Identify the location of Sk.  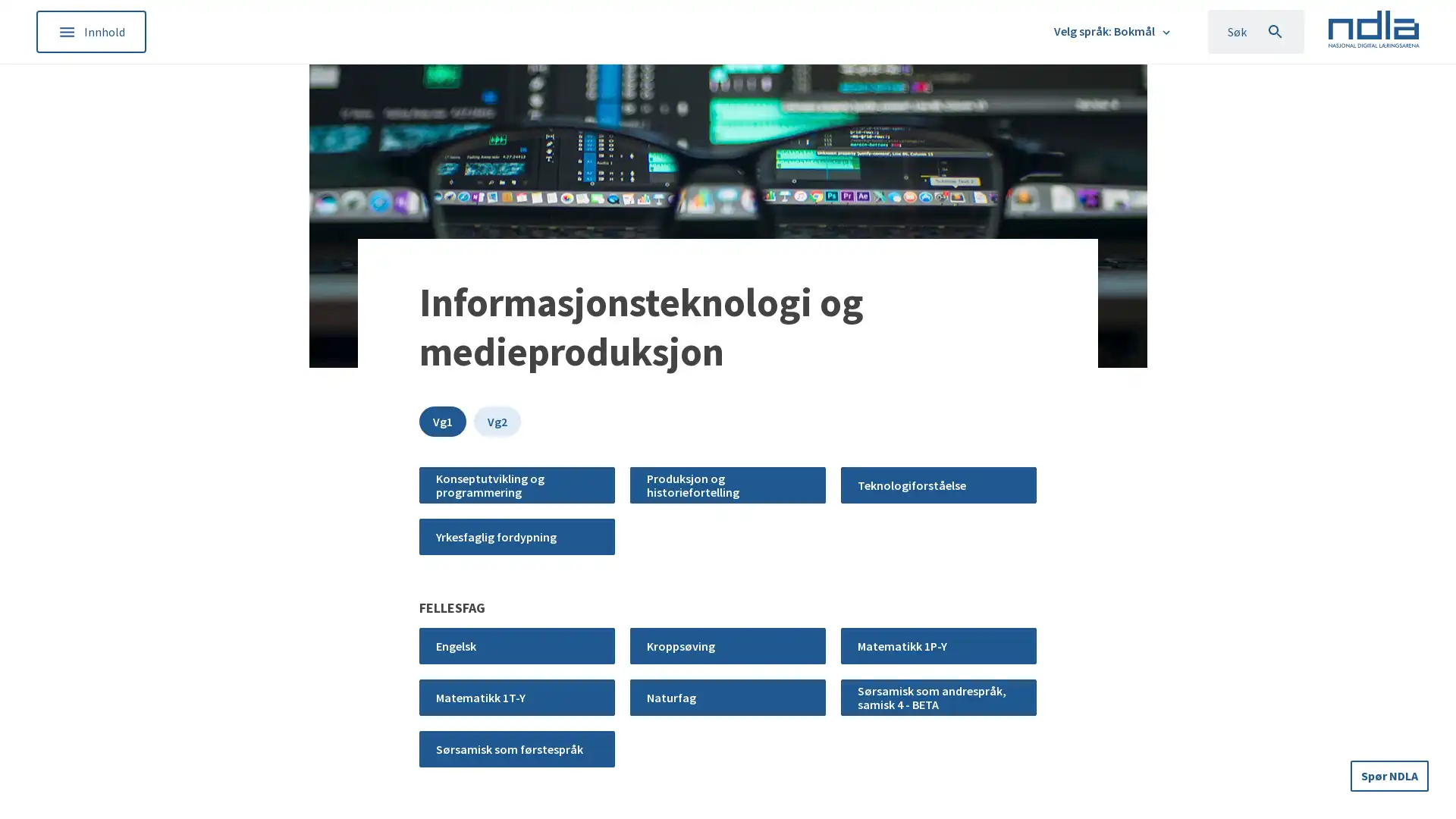
(1255, 32).